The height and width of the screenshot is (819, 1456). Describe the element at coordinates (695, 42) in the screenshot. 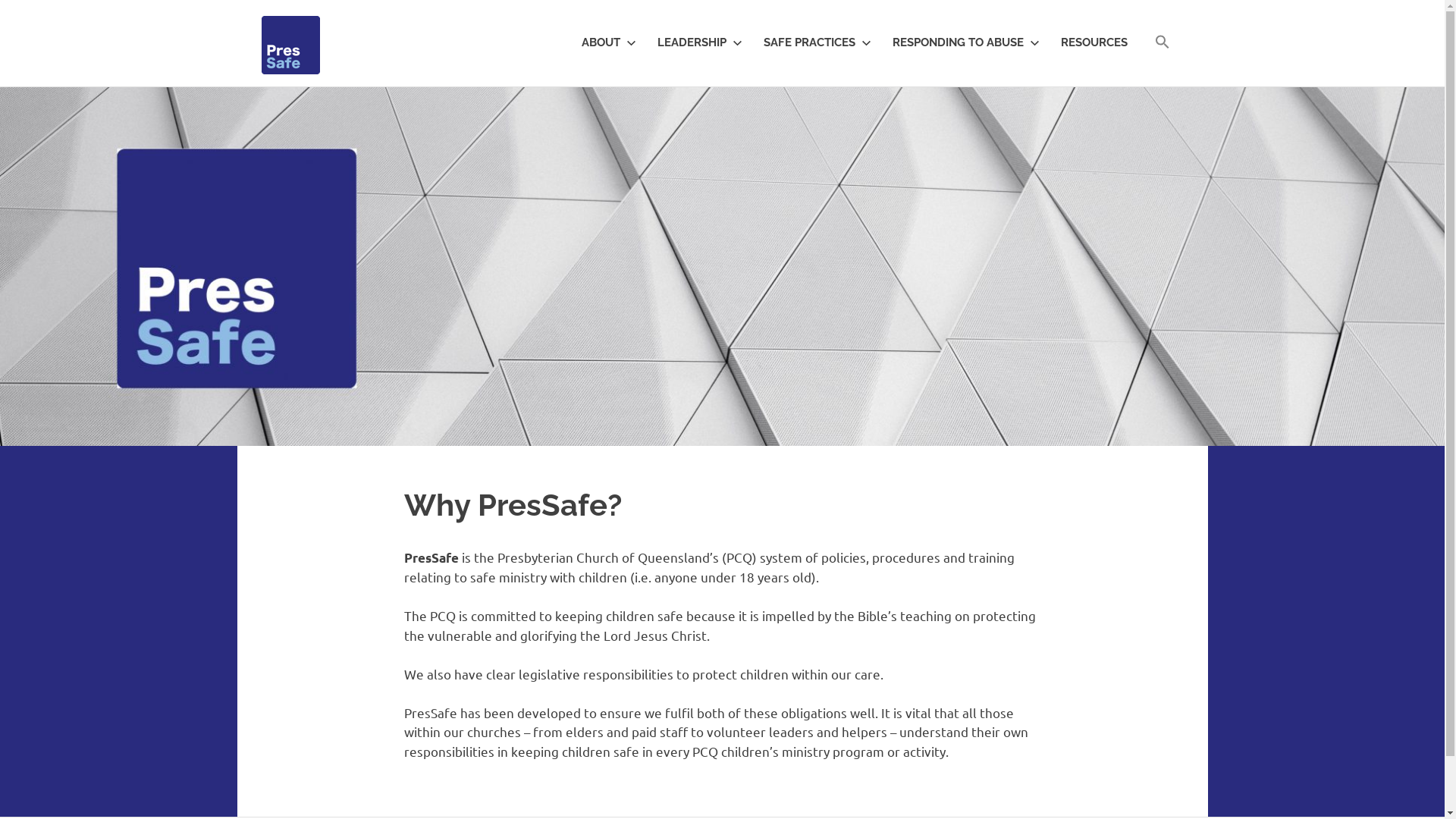

I see `'LEADERSHIP'` at that location.